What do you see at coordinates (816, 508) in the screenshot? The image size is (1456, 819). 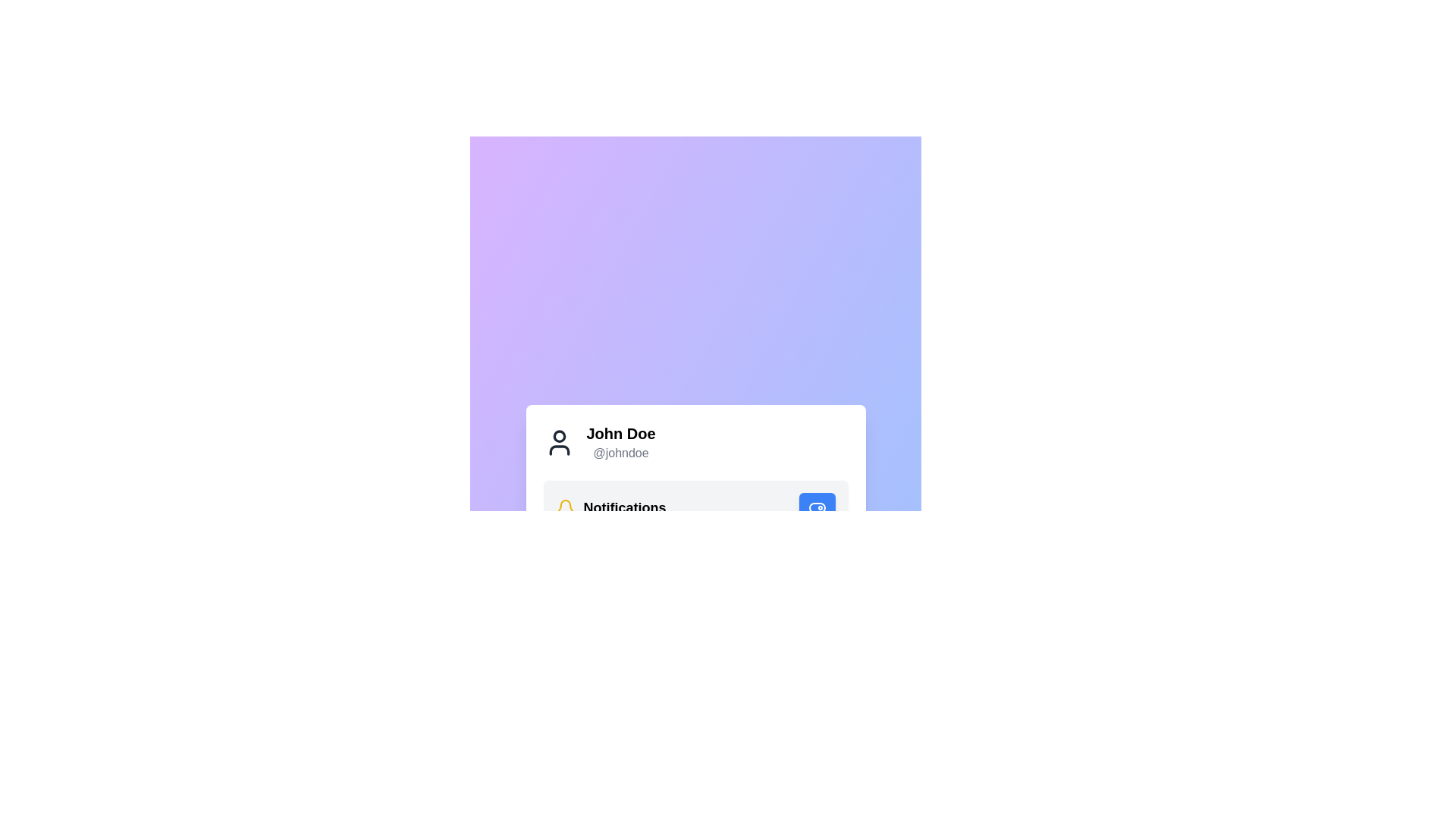 I see `the blue oval toggle switch located within the button in the dropdown below the 'John Doe' section to switch its state` at bounding box center [816, 508].